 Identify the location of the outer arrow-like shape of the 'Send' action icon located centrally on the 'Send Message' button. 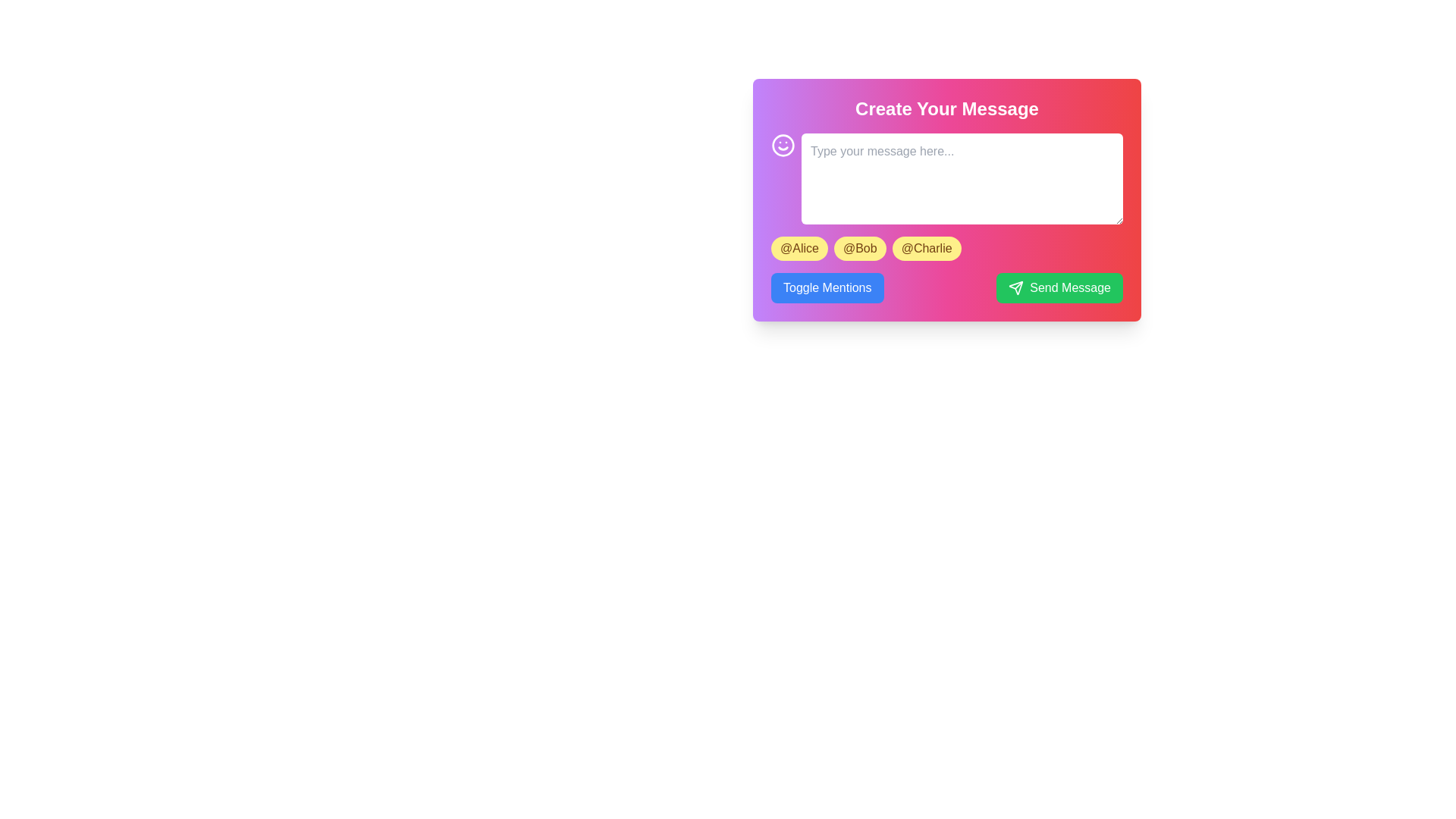
(1016, 288).